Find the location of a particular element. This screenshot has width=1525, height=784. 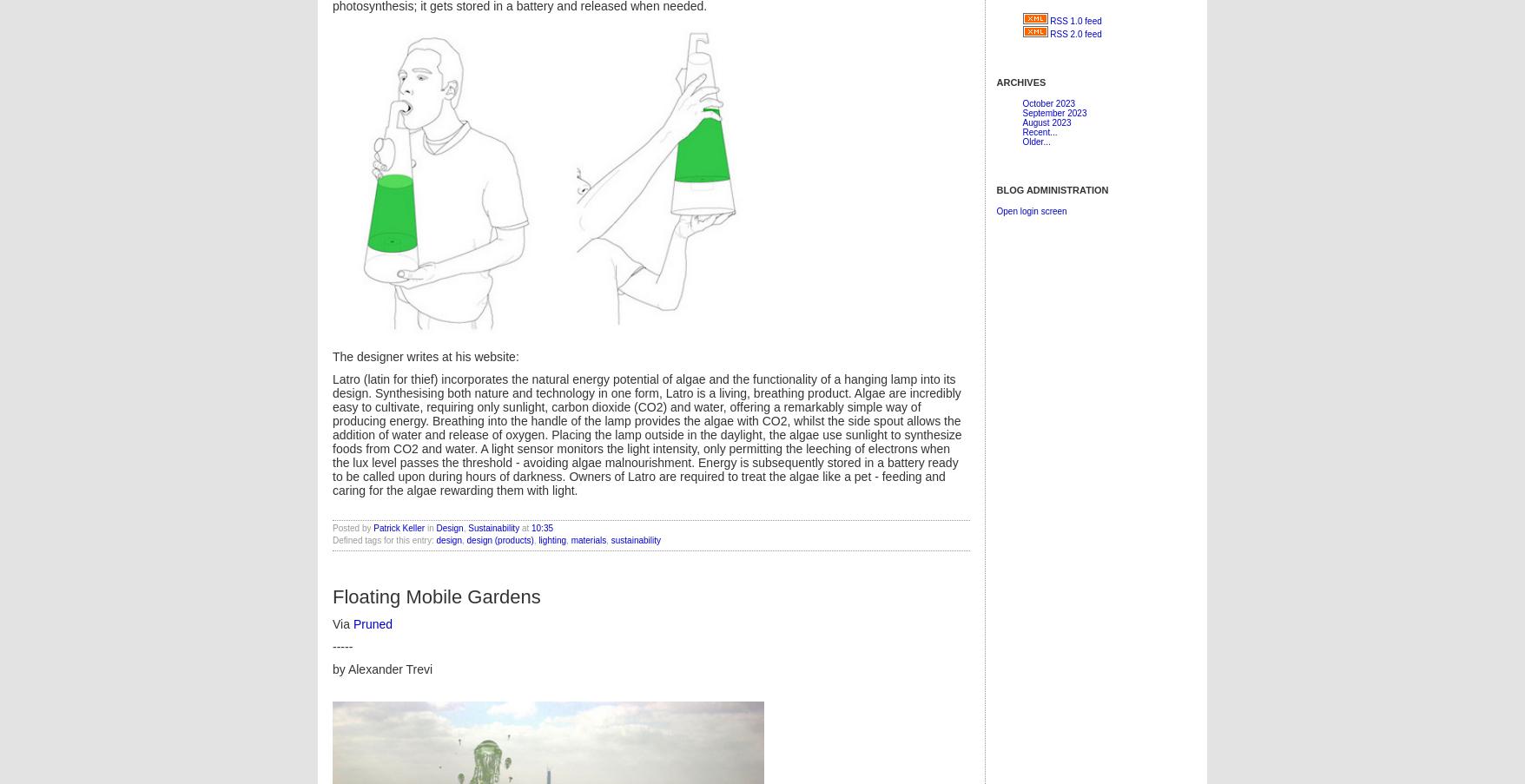

'Posted by' is located at coordinates (352, 527).